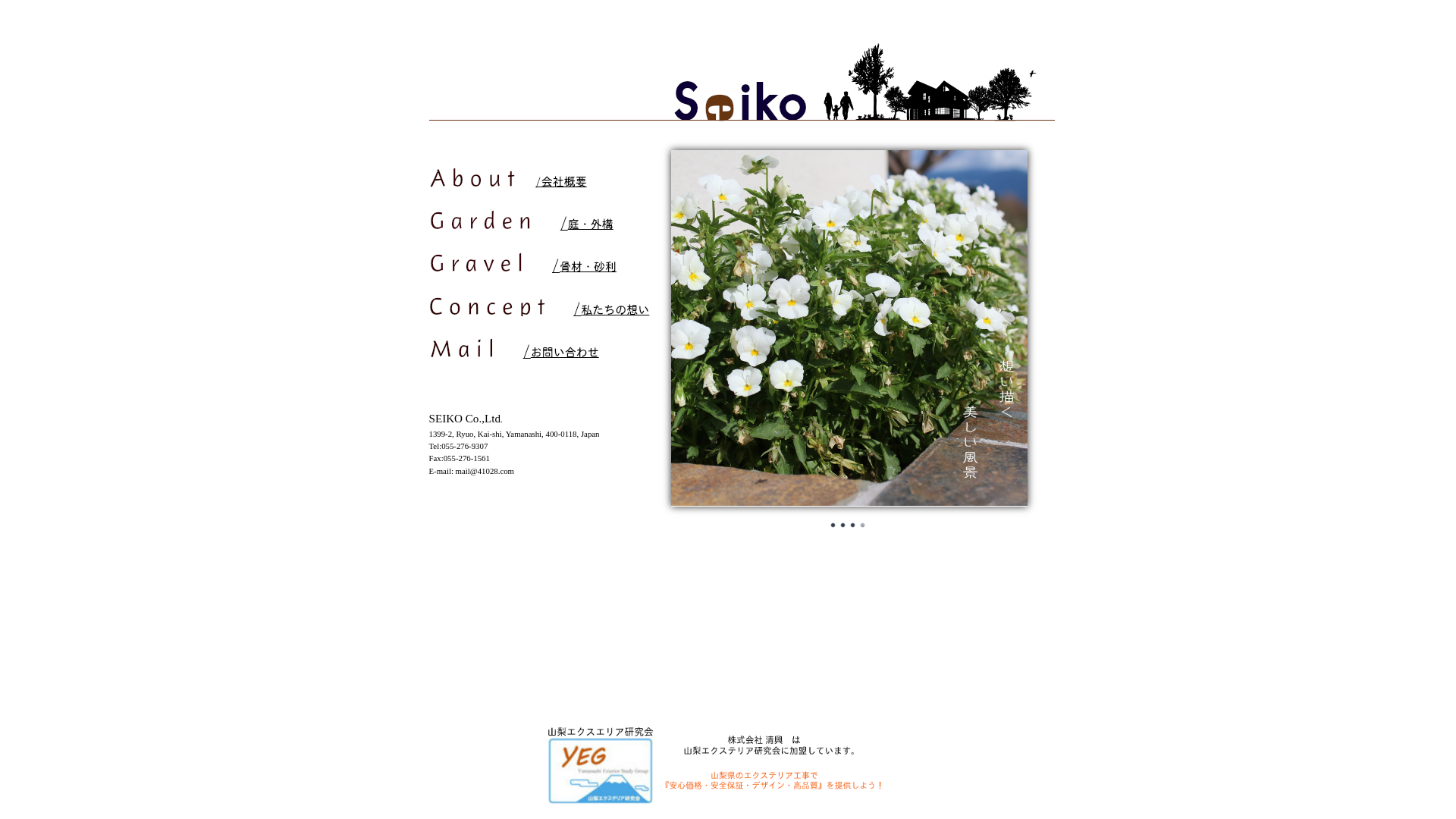 The width and height of the screenshot is (1456, 819). I want to click on '2', so click(841, 525).